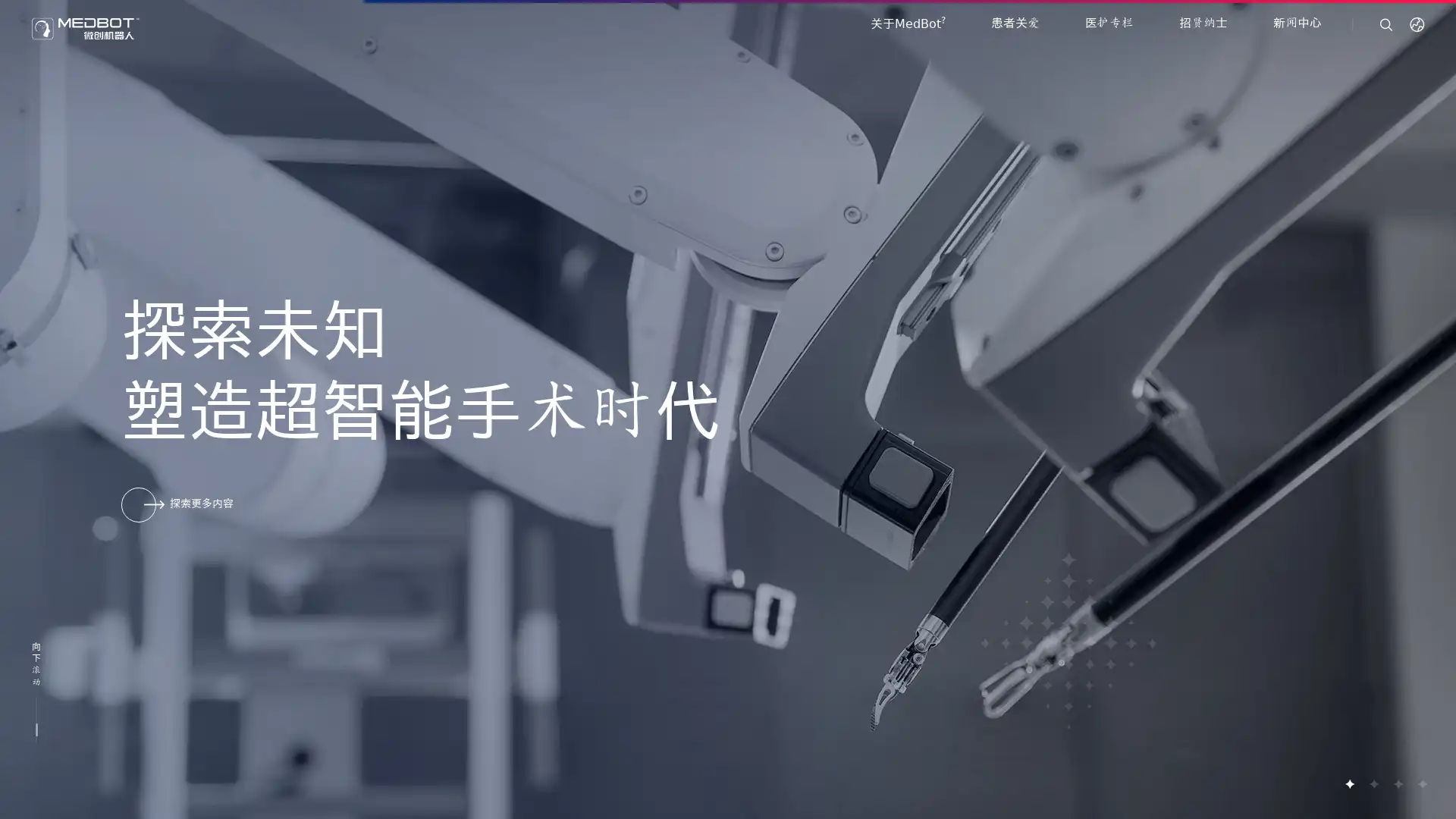 Image resolution: width=1456 pixels, height=819 pixels. What do you see at coordinates (1397, 783) in the screenshot?
I see `Go to slide 3` at bounding box center [1397, 783].